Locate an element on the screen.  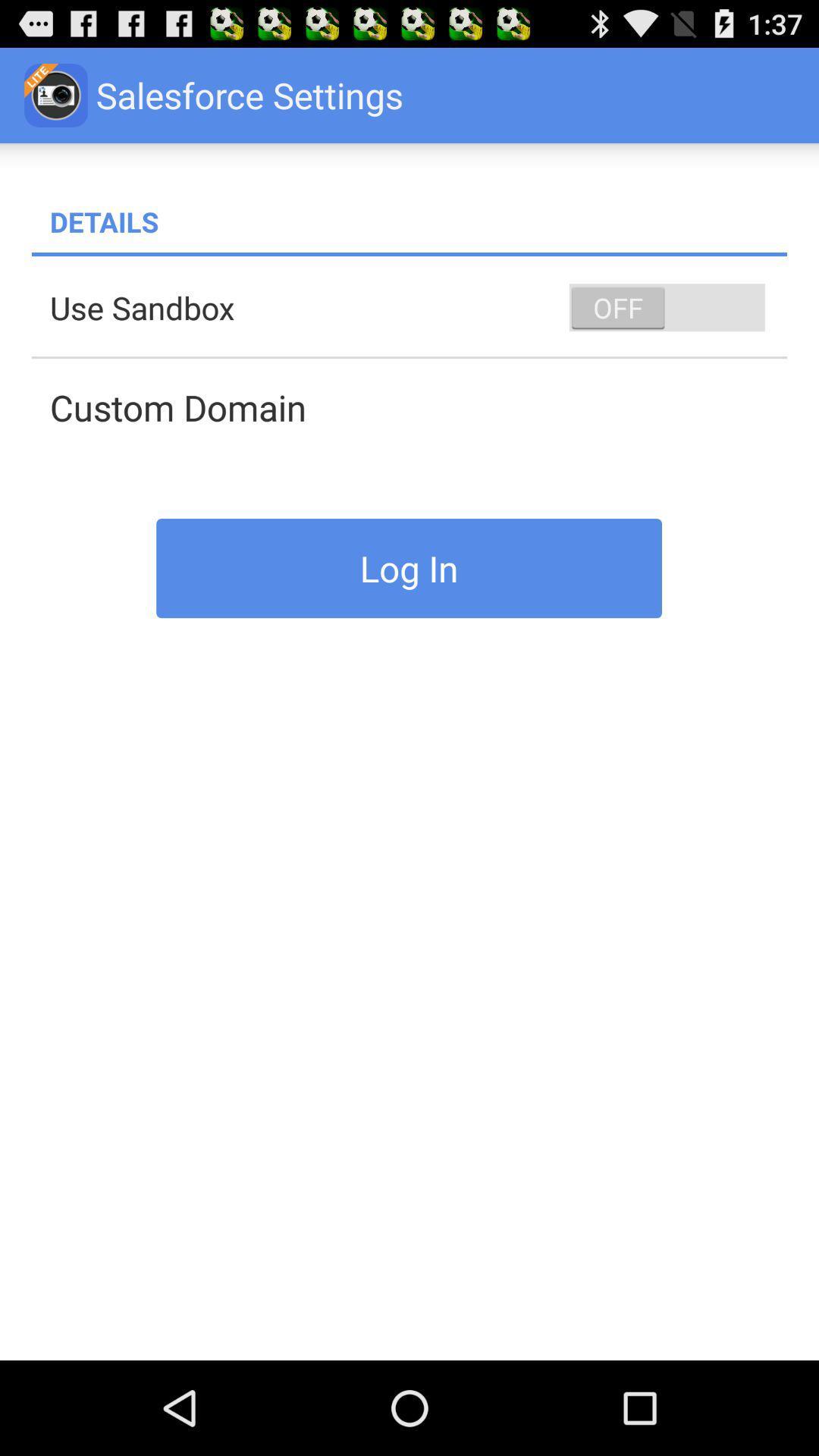
item below the custom domain is located at coordinates (408, 567).